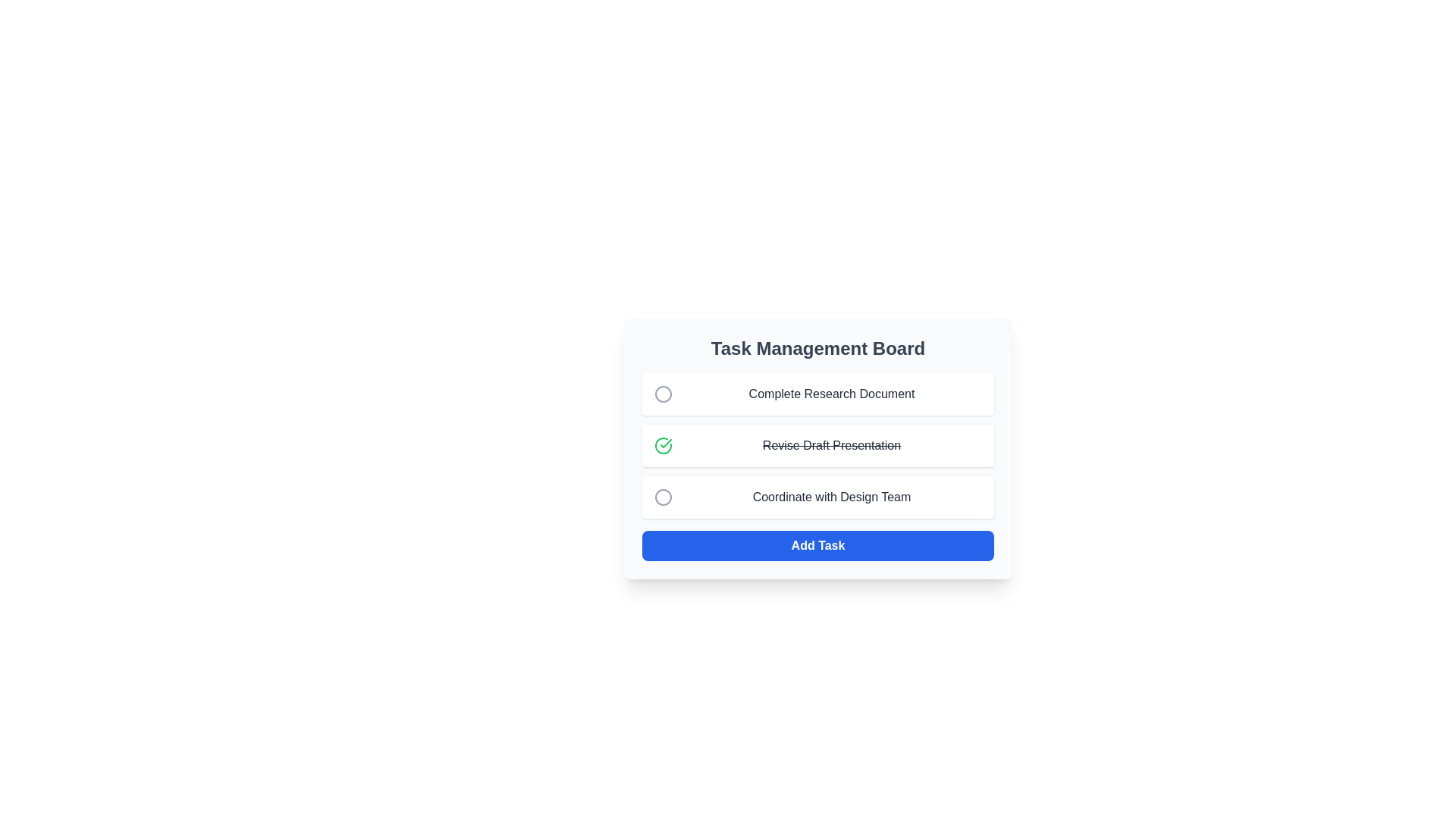  Describe the element at coordinates (817, 546) in the screenshot. I see `'Add Task' button to add a new task` at that location.